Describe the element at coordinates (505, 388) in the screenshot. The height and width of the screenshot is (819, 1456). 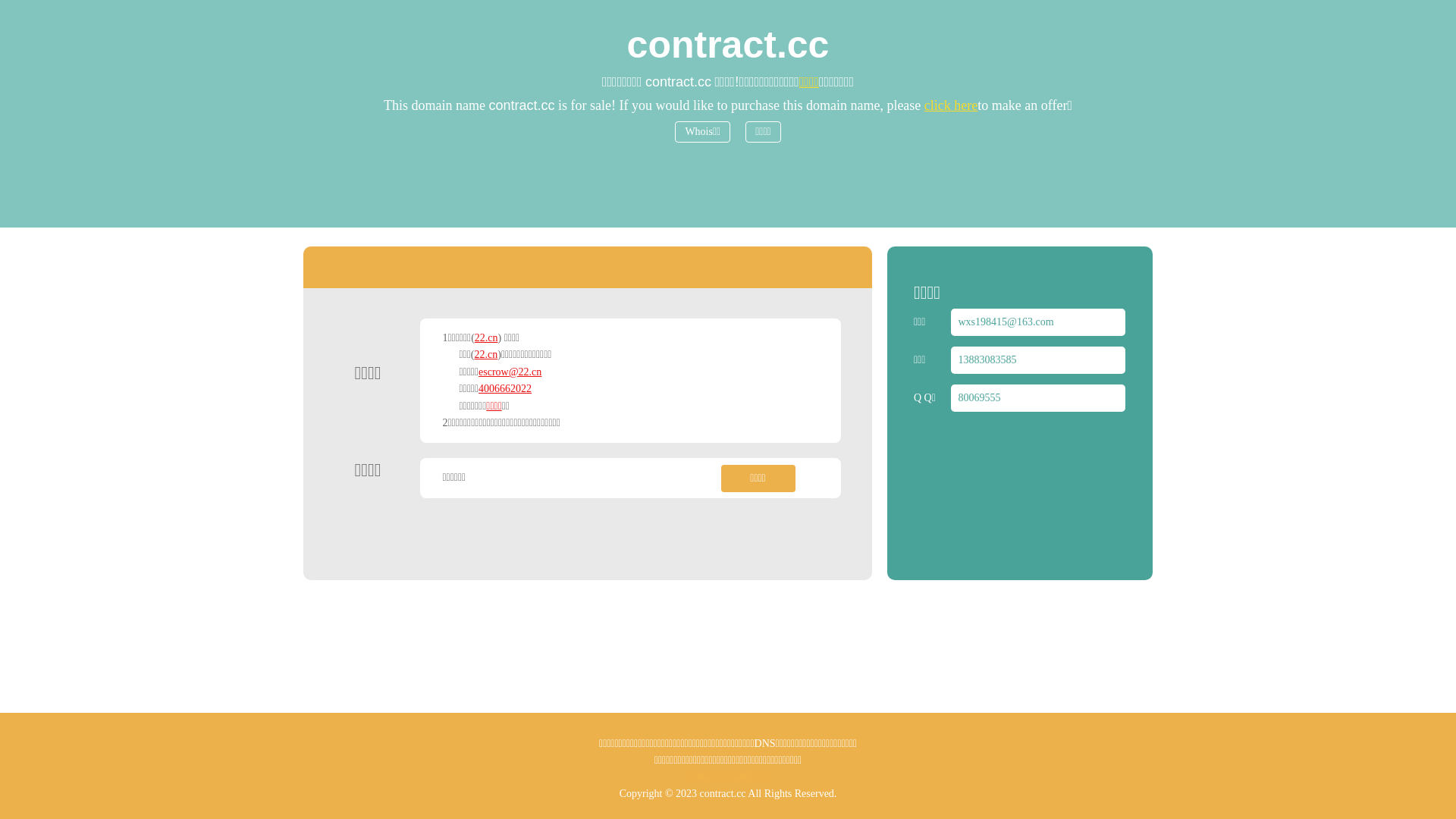
I see `'4006662022'` at that location.